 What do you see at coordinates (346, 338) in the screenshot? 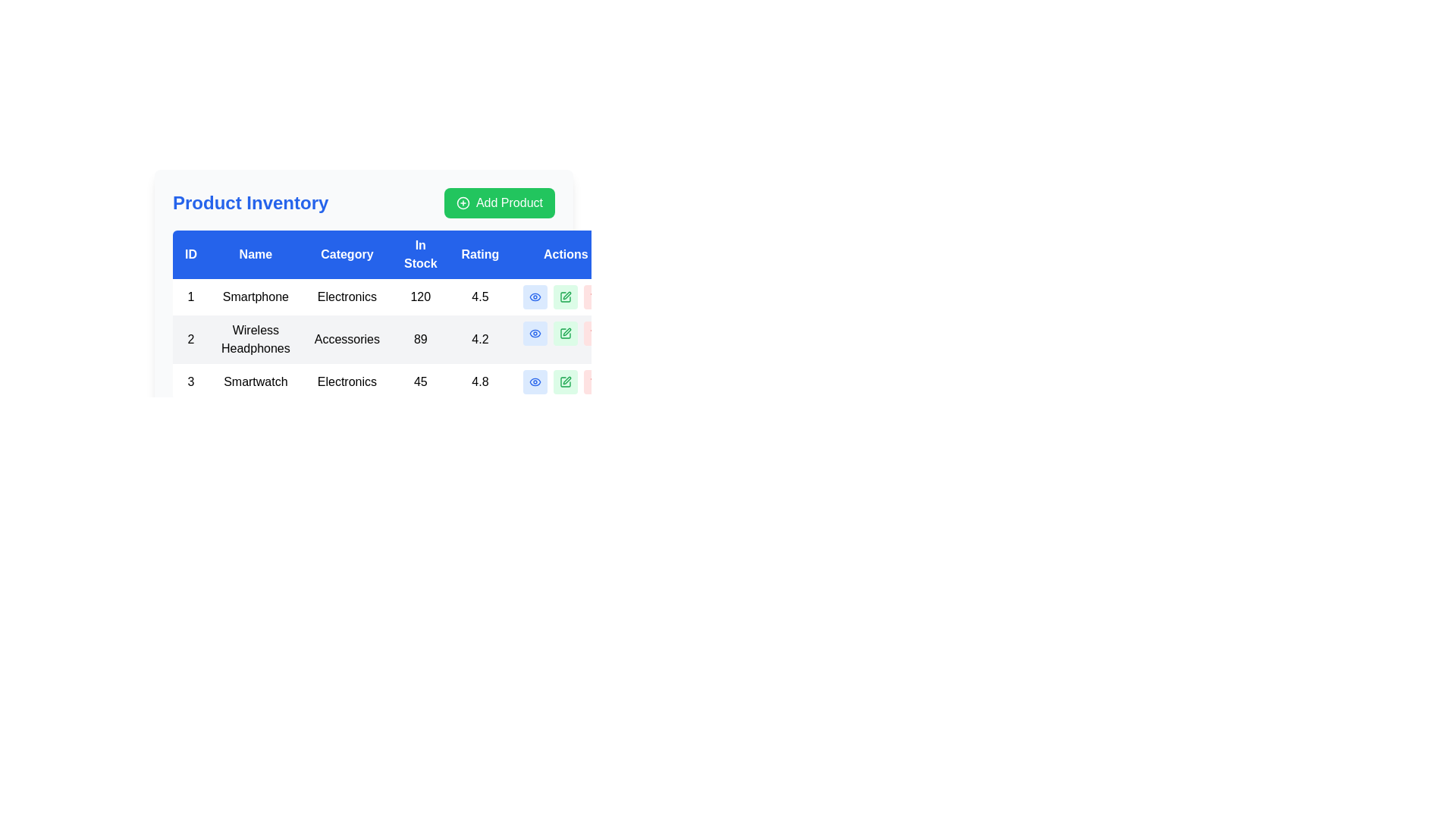
I see `the 'Accessories' text label, which is centrally aligned in the 'Category' column of the second row in the table` at bounding box center [346, 338].